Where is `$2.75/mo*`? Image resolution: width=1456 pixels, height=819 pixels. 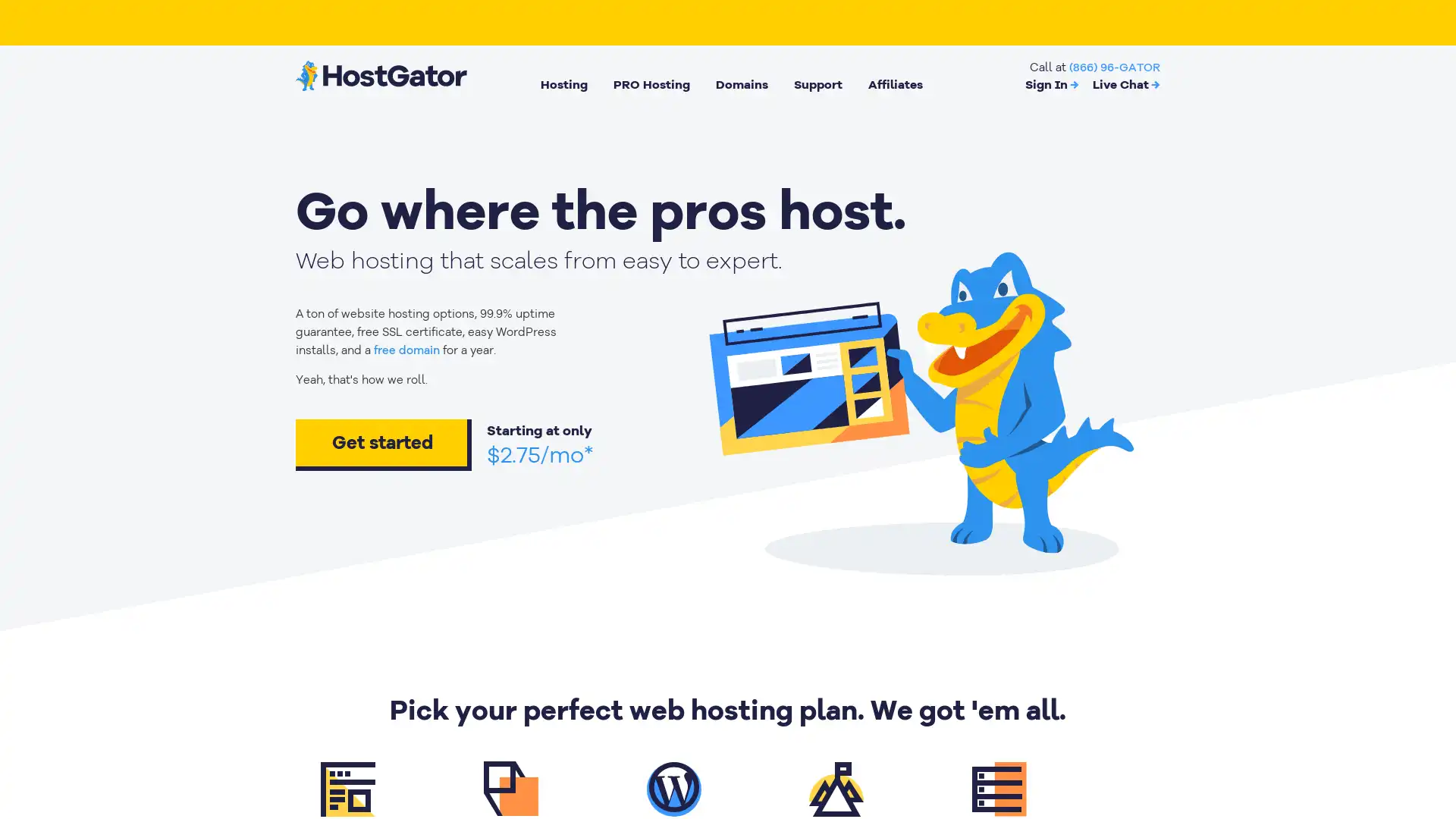
$2.75/mo* is located at coordinates (540, 454).